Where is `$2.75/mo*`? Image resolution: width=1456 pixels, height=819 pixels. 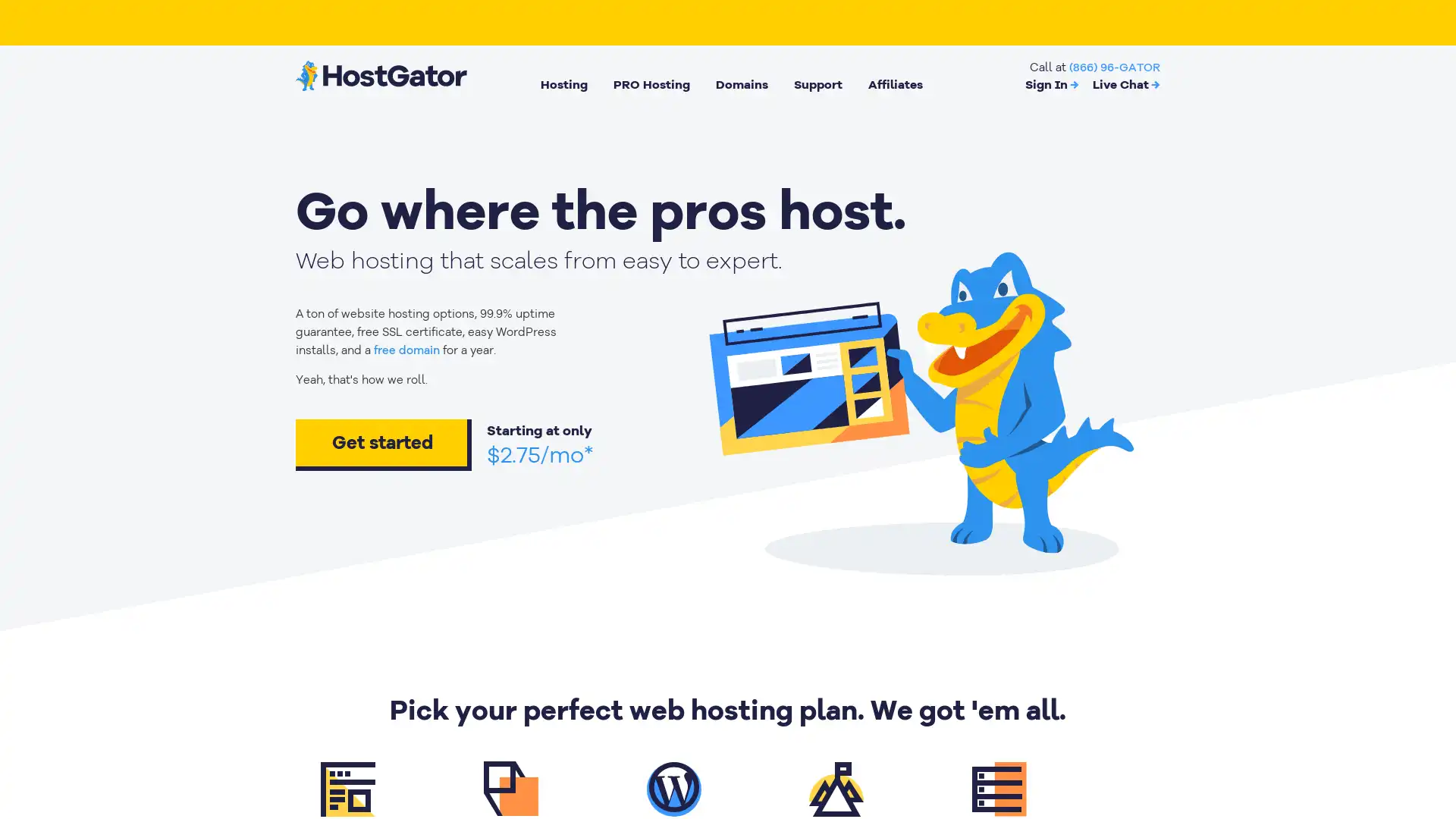
$2.75/mo* is located at coordinates (540, 454).